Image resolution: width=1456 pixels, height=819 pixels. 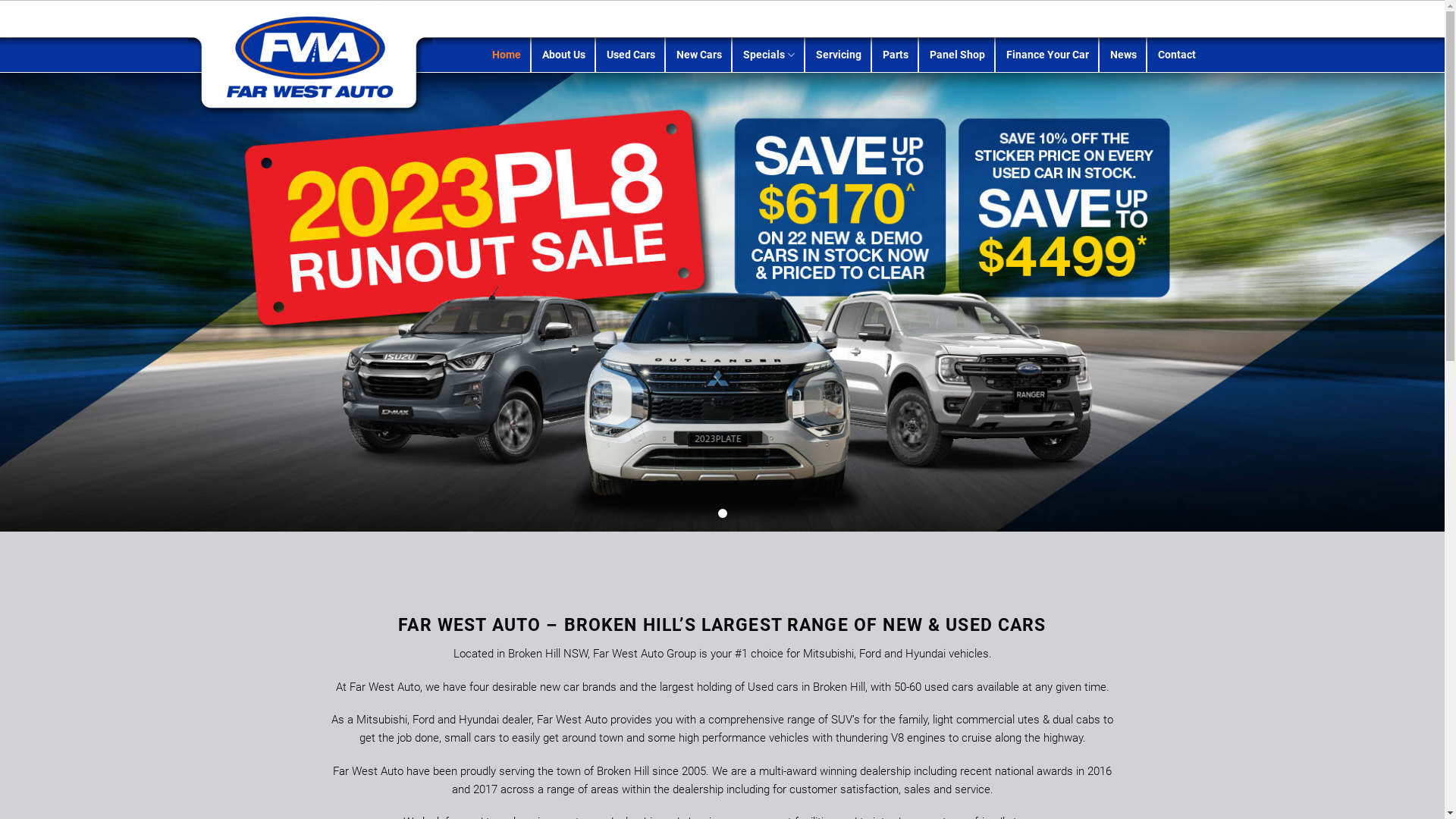 What do you see at coordinates (1123, 54) in the screenshot?
I see `'News'` at bounding box center [1123, 54].